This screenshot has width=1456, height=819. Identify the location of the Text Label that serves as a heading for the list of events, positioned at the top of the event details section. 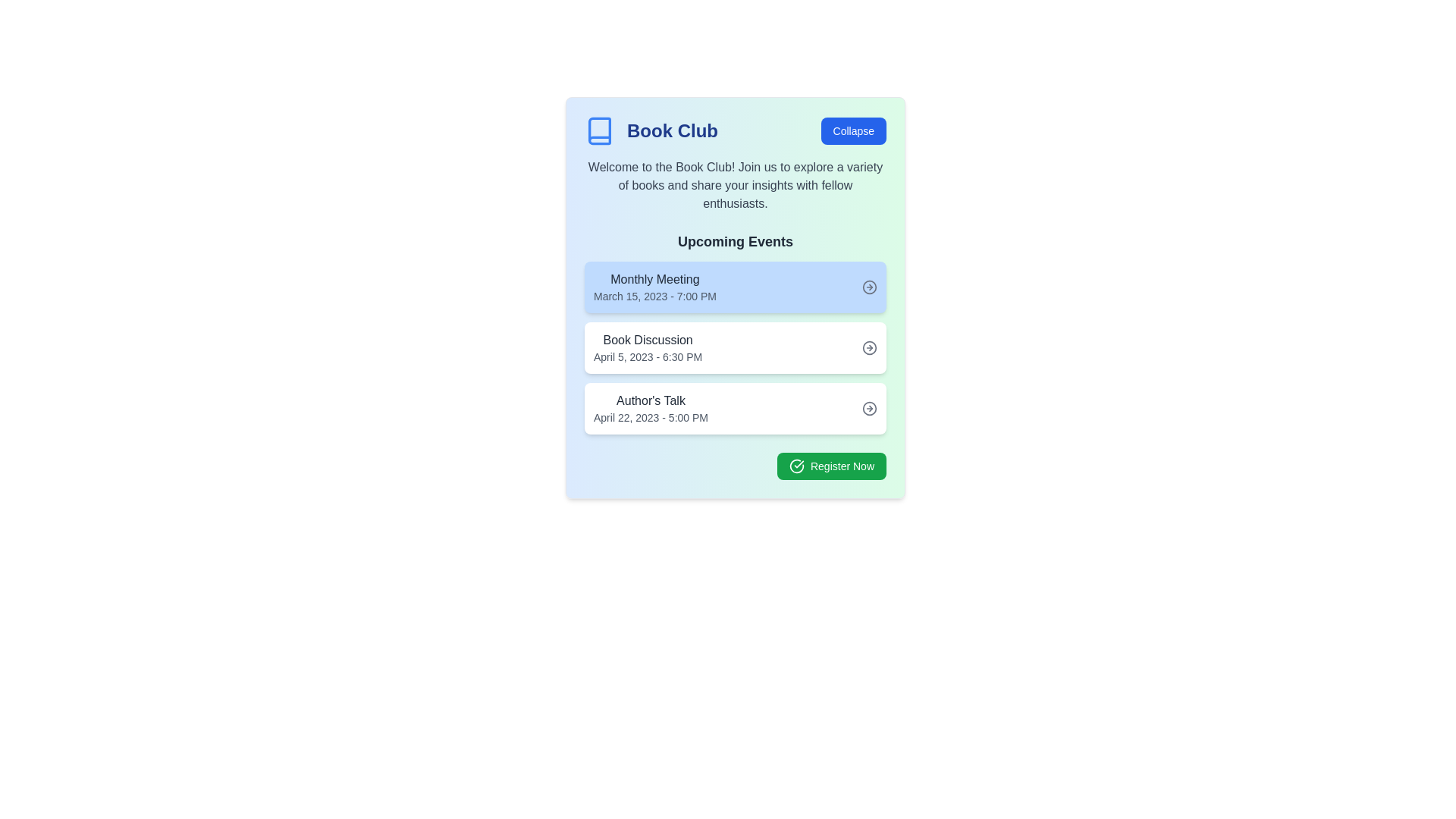
(735, 241).